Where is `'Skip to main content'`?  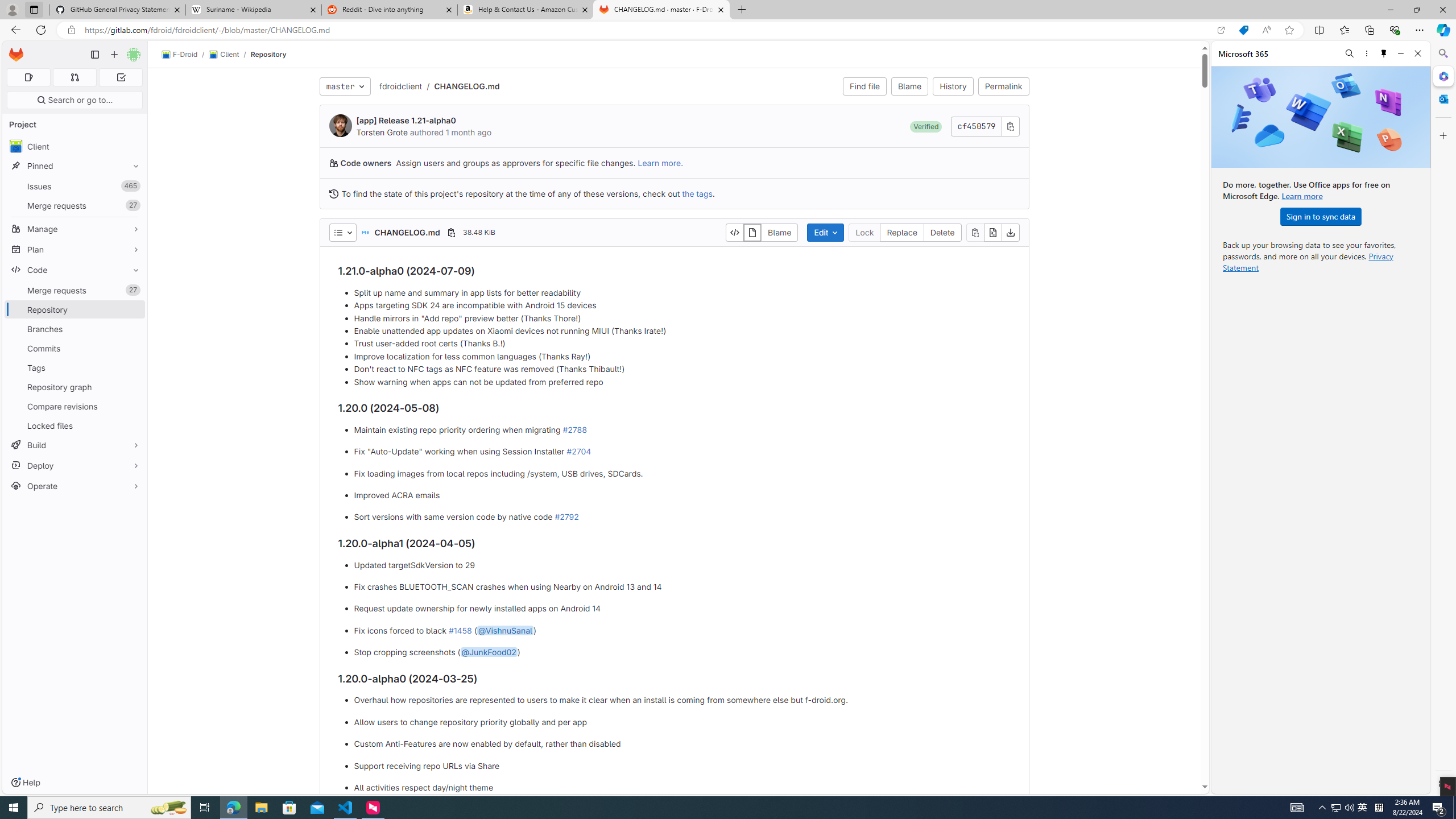 'Skip to main content' is located at coordinates (14, 50).